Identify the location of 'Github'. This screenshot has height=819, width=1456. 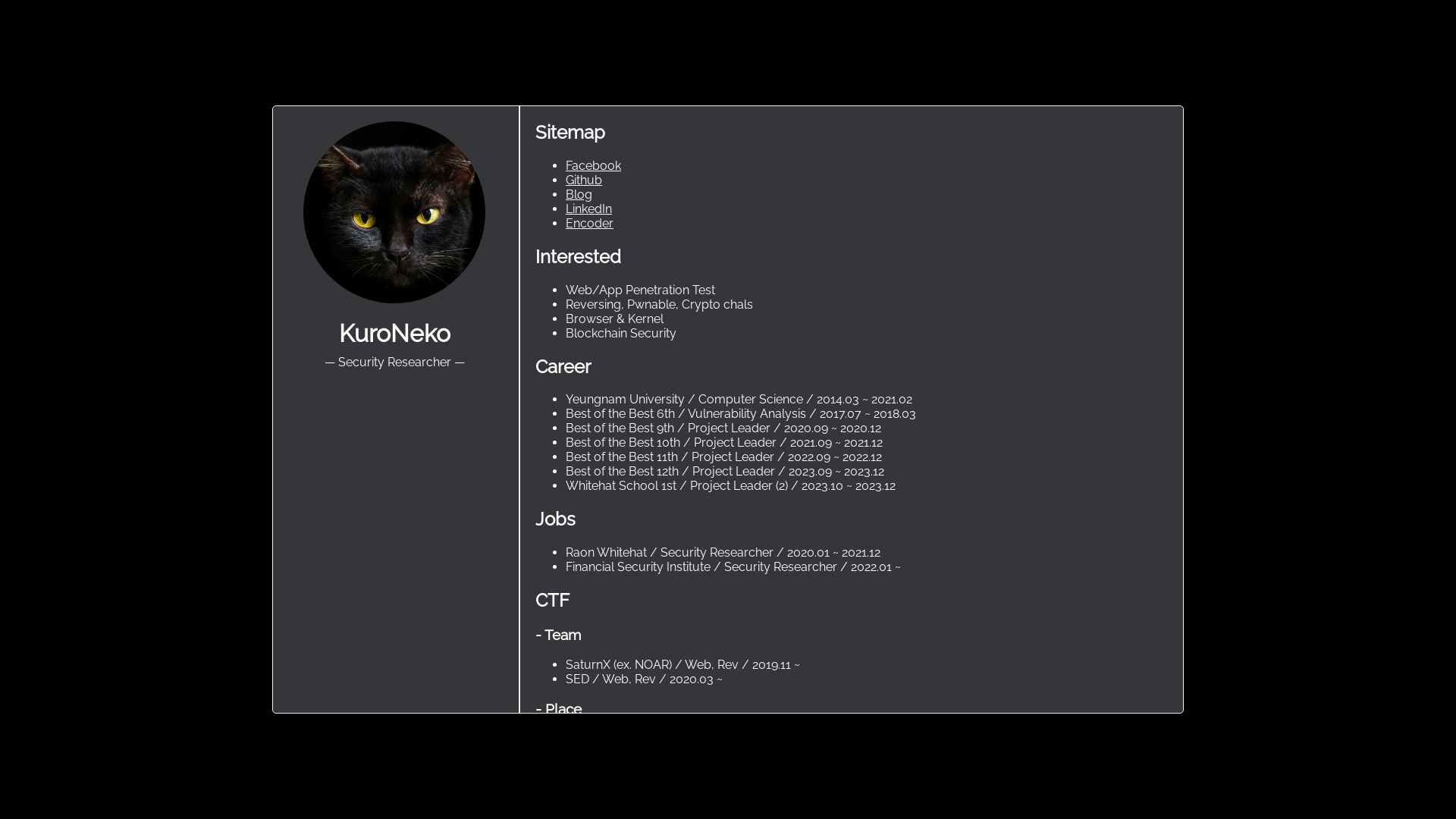
(582, 179).